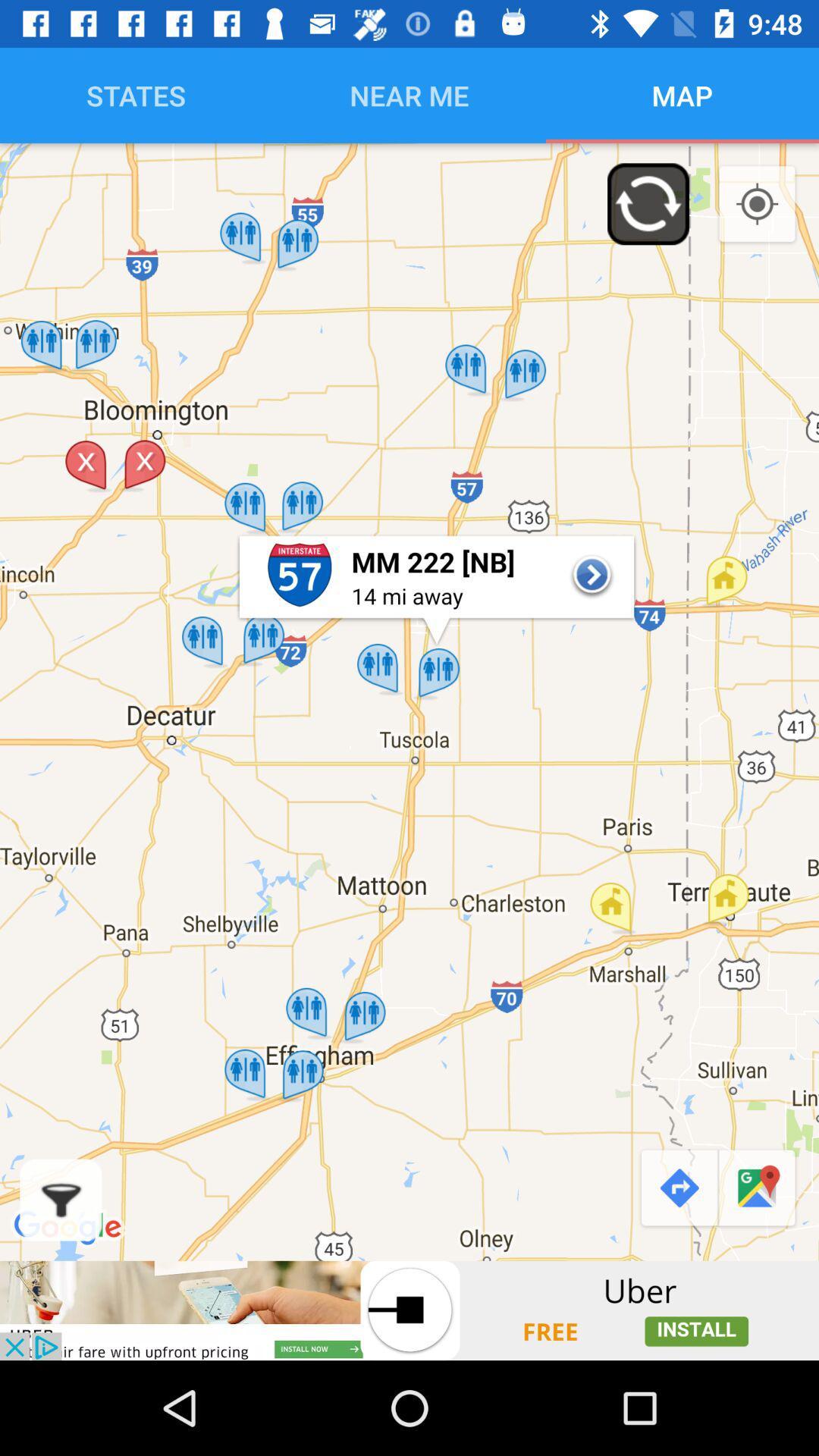  Describe the element at coordinates (757, 204) in the screenshot. I see `the location_crosshair icon` at that location.